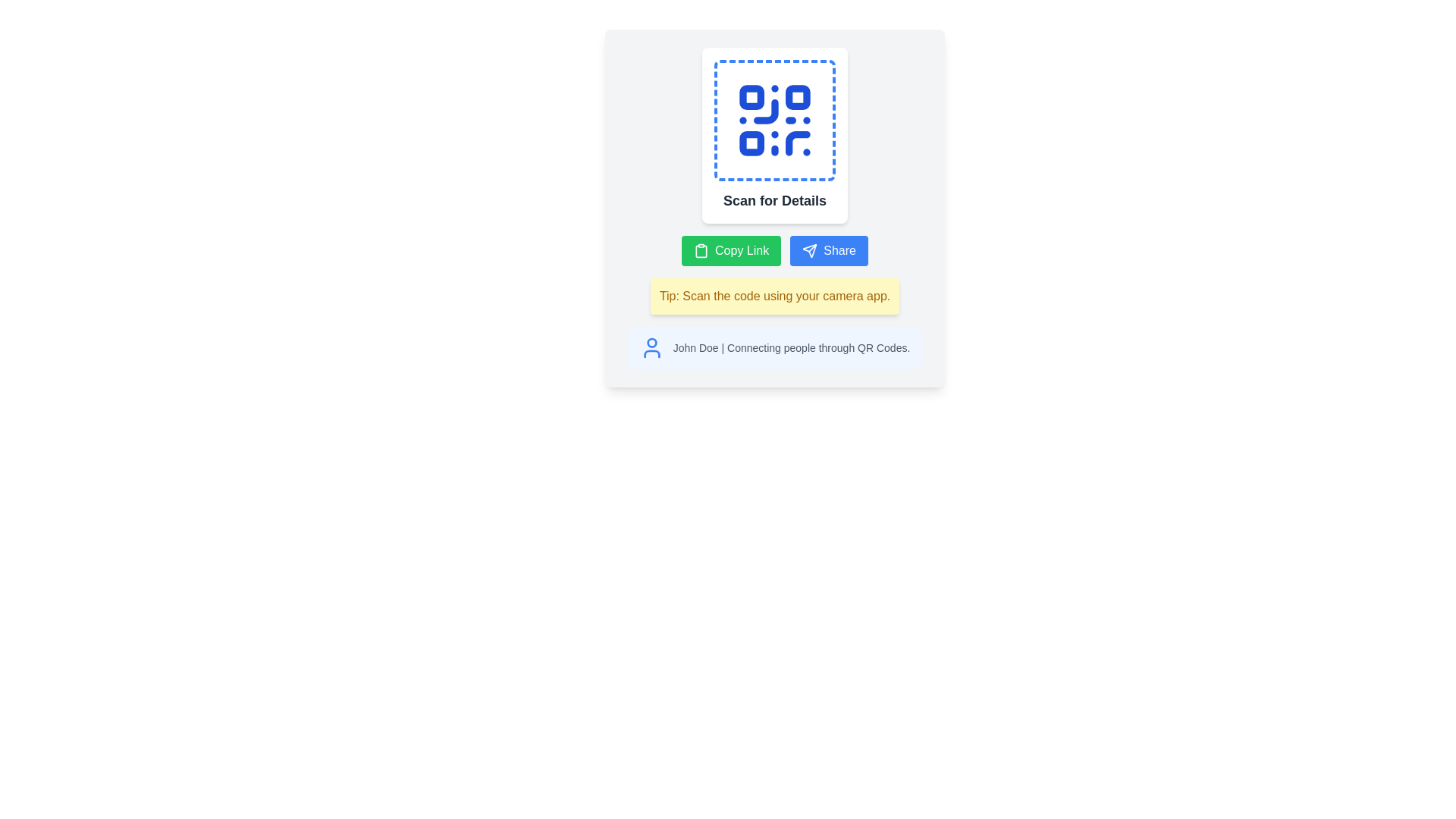 The height and width of the screenshot is (819, 1456). What do you see at coordinates (775, 119) in the screenshot?
I see `the QR code icon element located centrally within the dashed-border rectangle to scan it with a camera for extracting contents` at bounding box center [775, 119].